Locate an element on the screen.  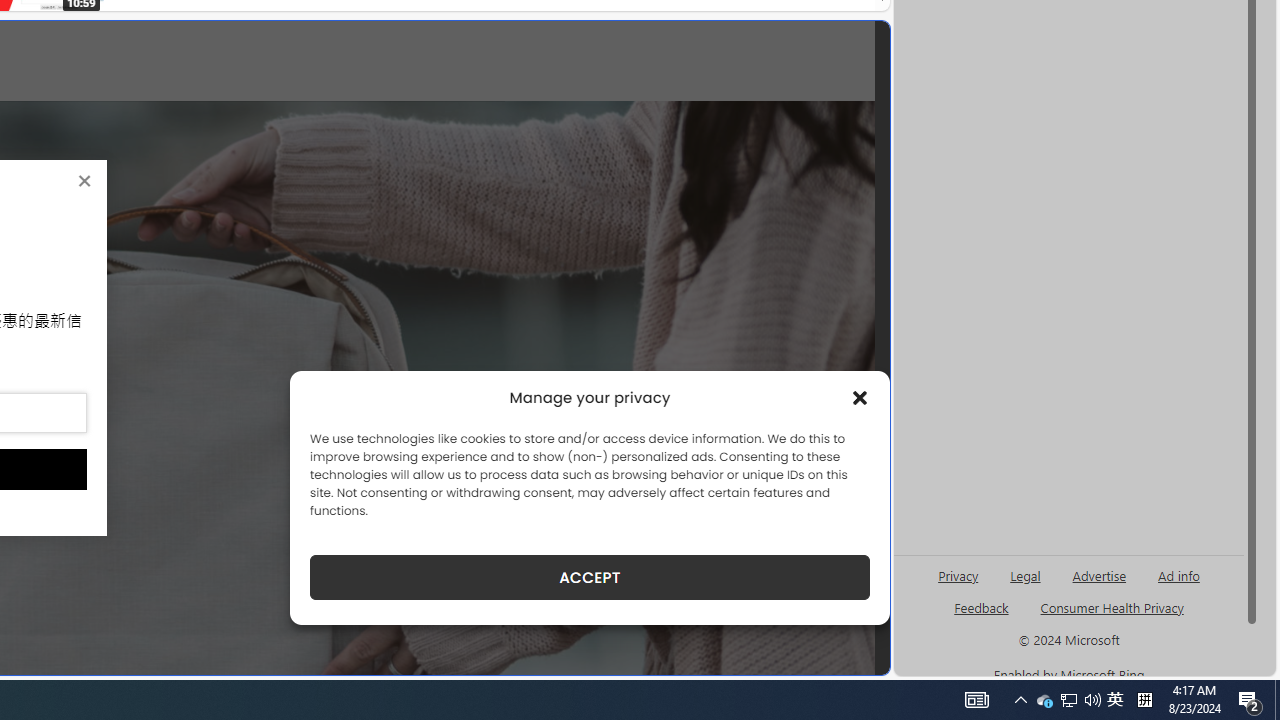
'AutomationID: sb_feedback' is located at coordinates (981, 606).